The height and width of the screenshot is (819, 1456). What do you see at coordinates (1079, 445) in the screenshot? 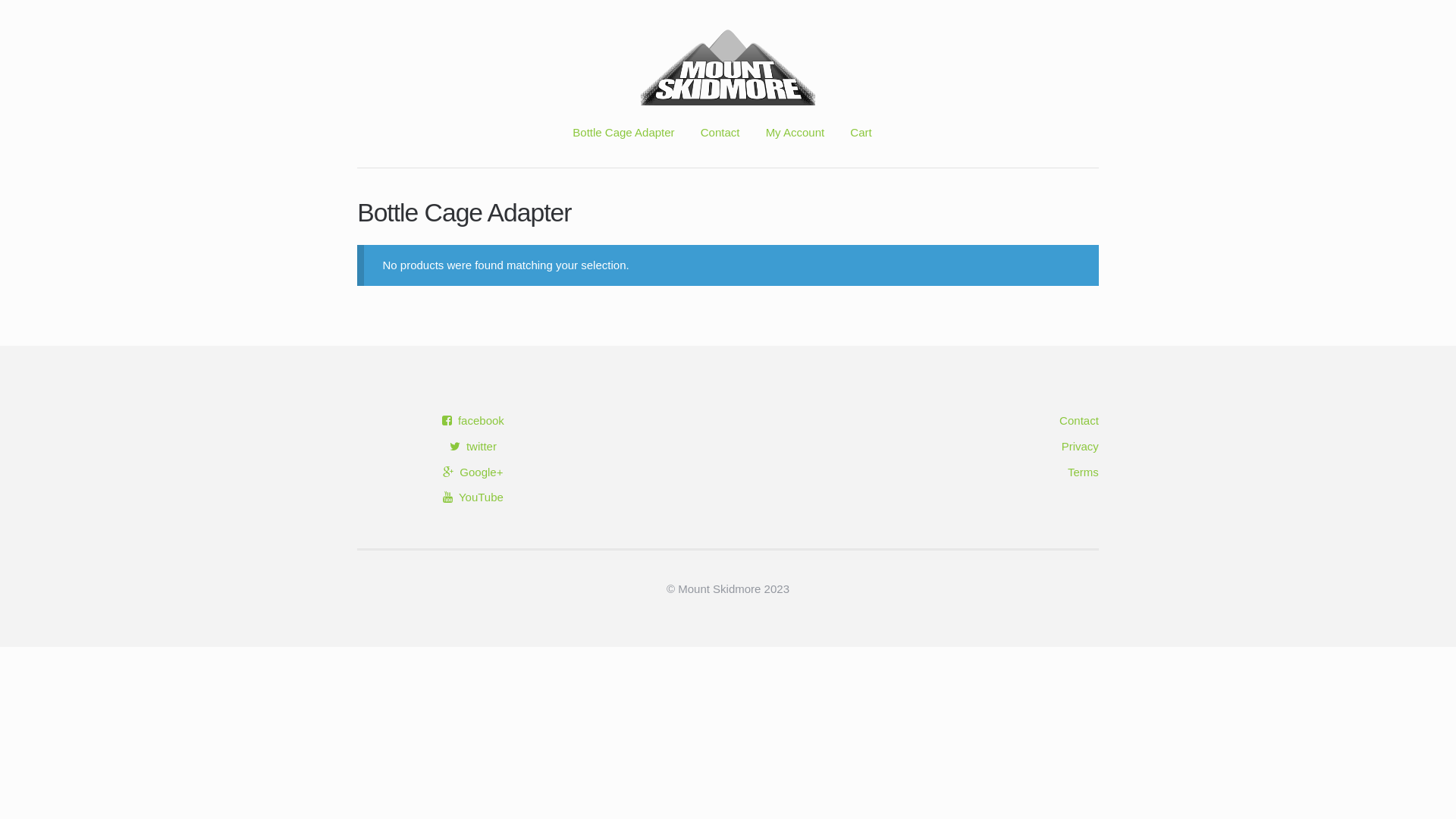
I see `'Privacy'` at bounding box center [1079, 445].